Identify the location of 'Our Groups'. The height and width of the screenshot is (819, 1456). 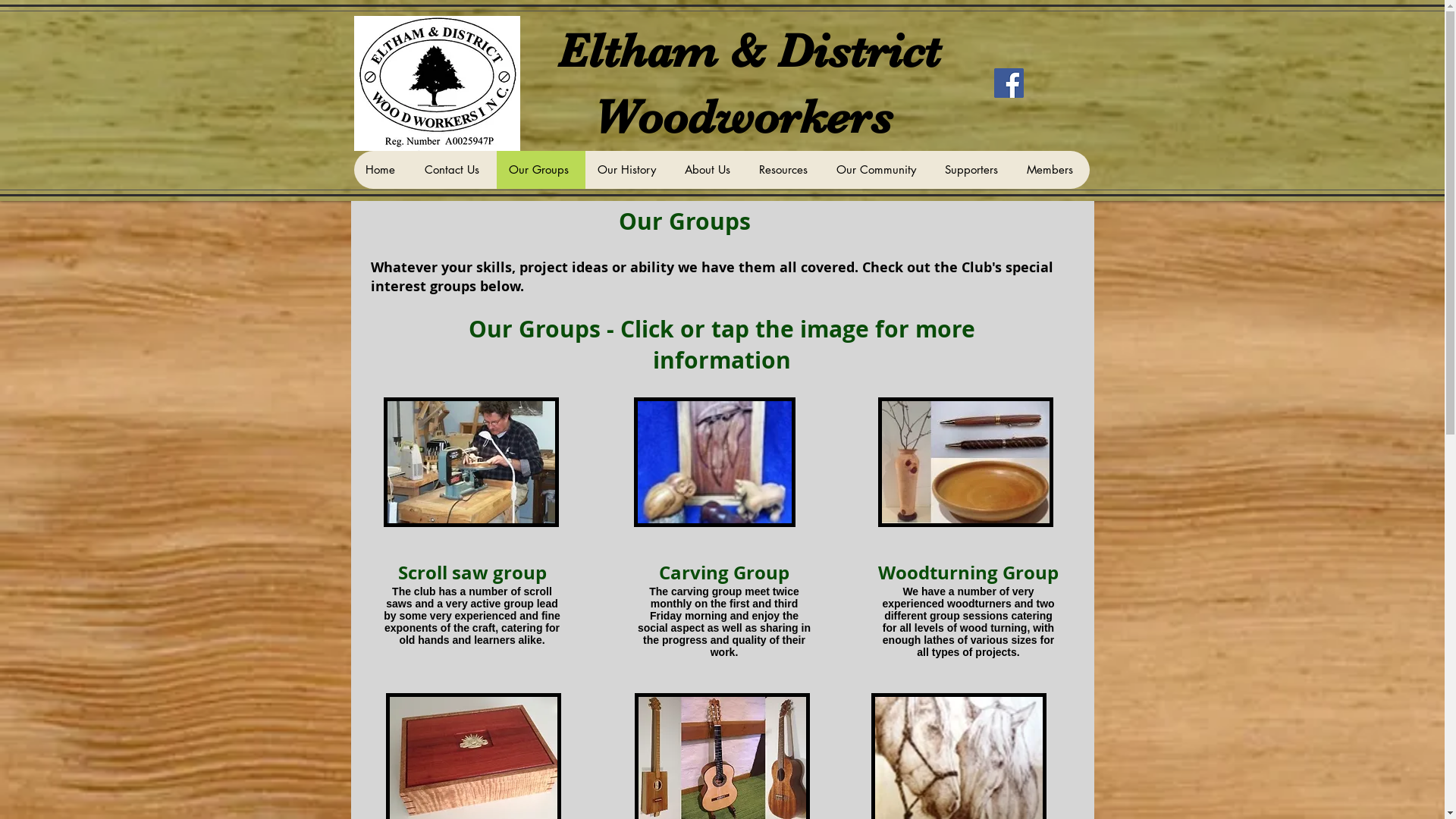
(495, 169).